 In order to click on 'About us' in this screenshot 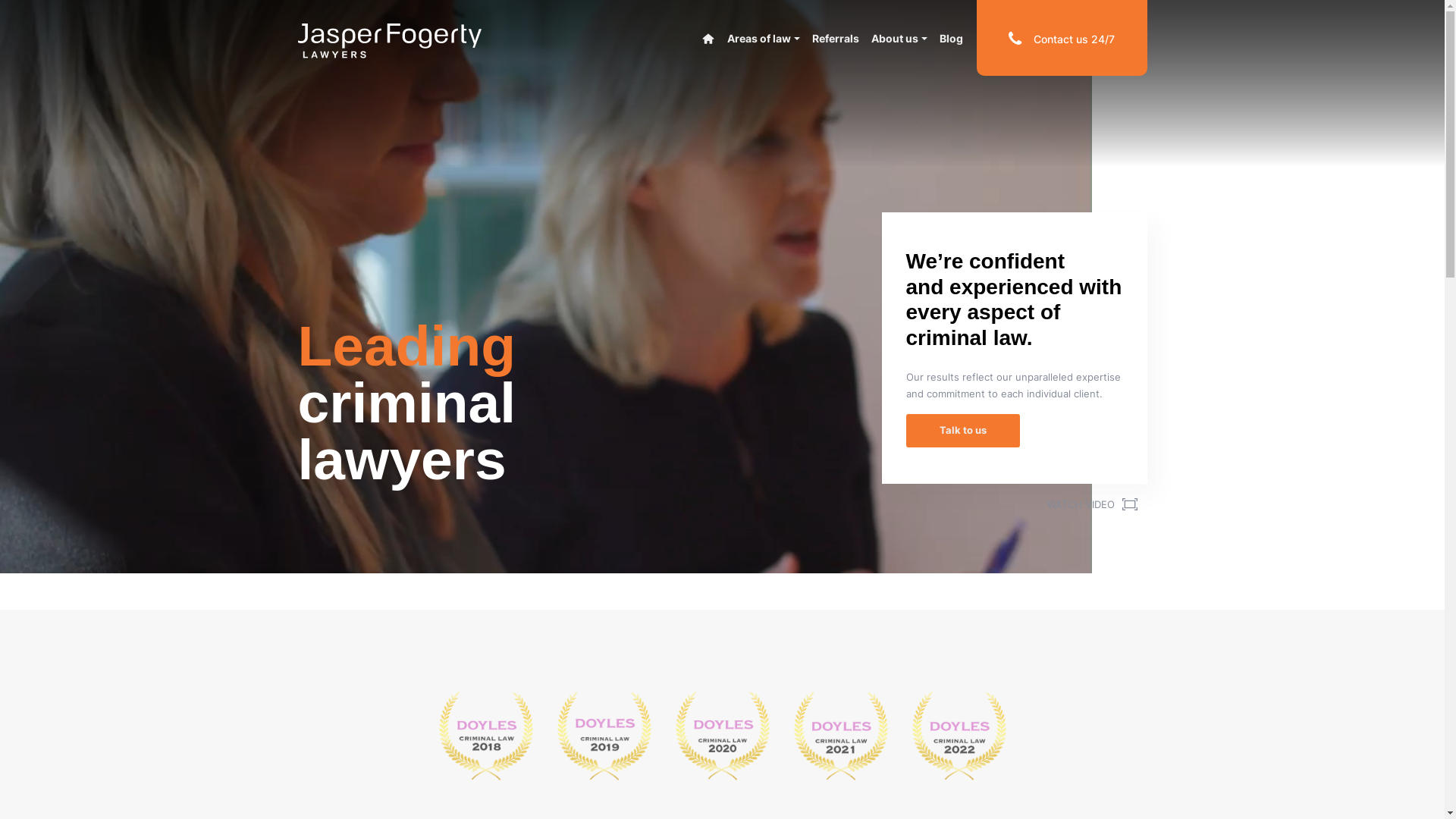, I will do `click(865, 37)`.